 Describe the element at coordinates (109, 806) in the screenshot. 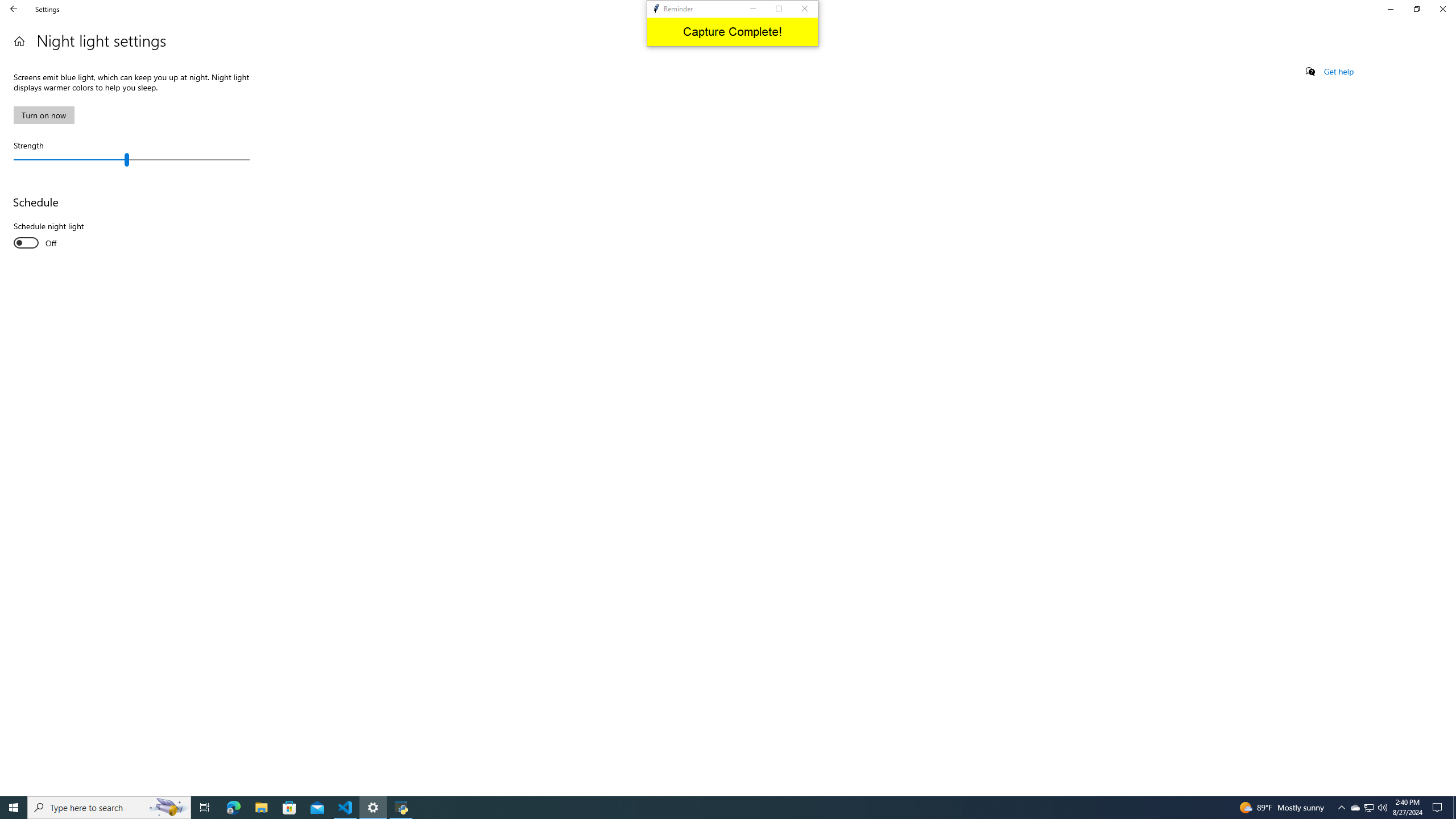

I see `'Type here to search'` at that location.